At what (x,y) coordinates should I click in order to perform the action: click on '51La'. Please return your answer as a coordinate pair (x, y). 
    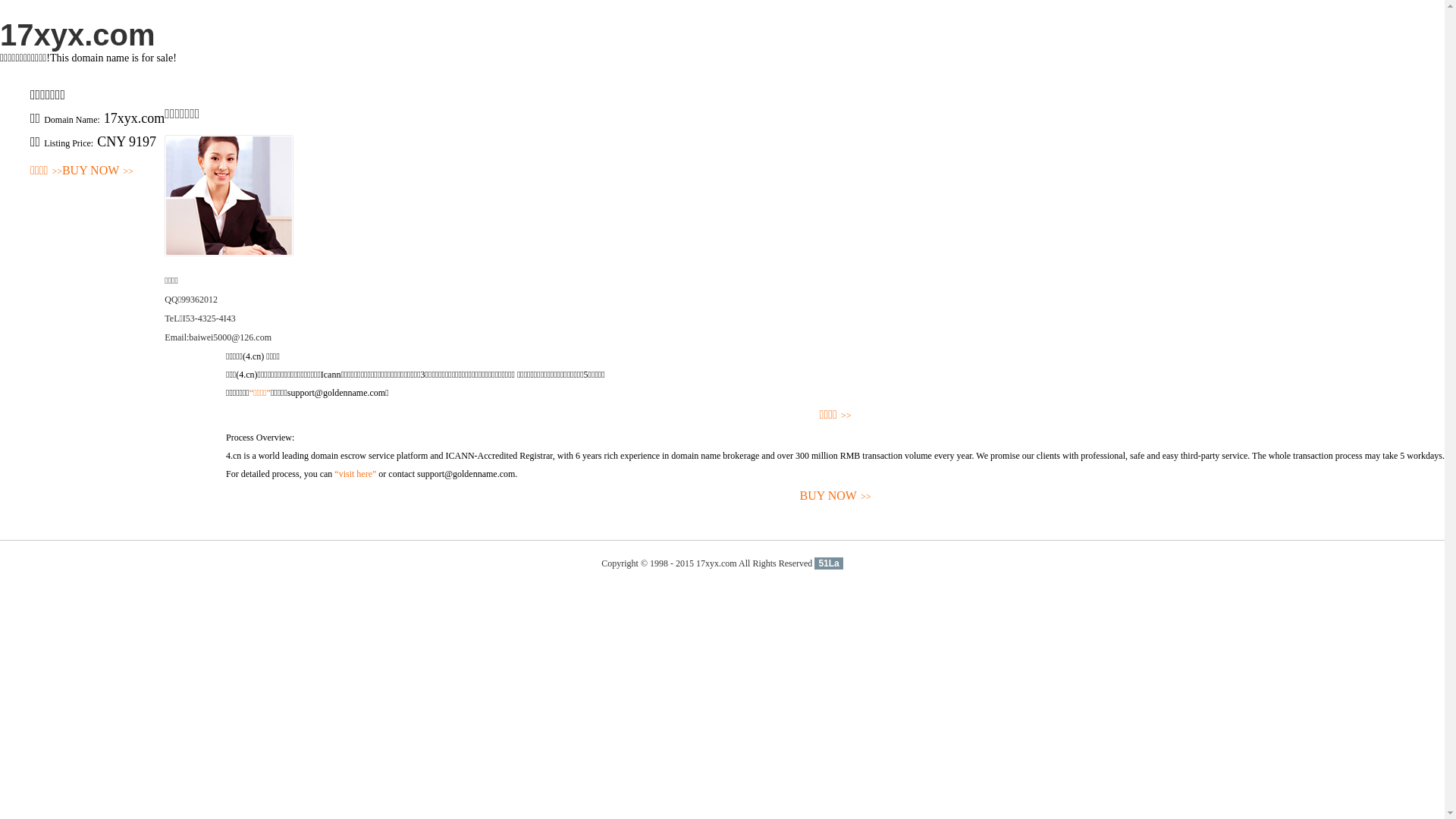
    Looking at the image, I should click on (827, 563).